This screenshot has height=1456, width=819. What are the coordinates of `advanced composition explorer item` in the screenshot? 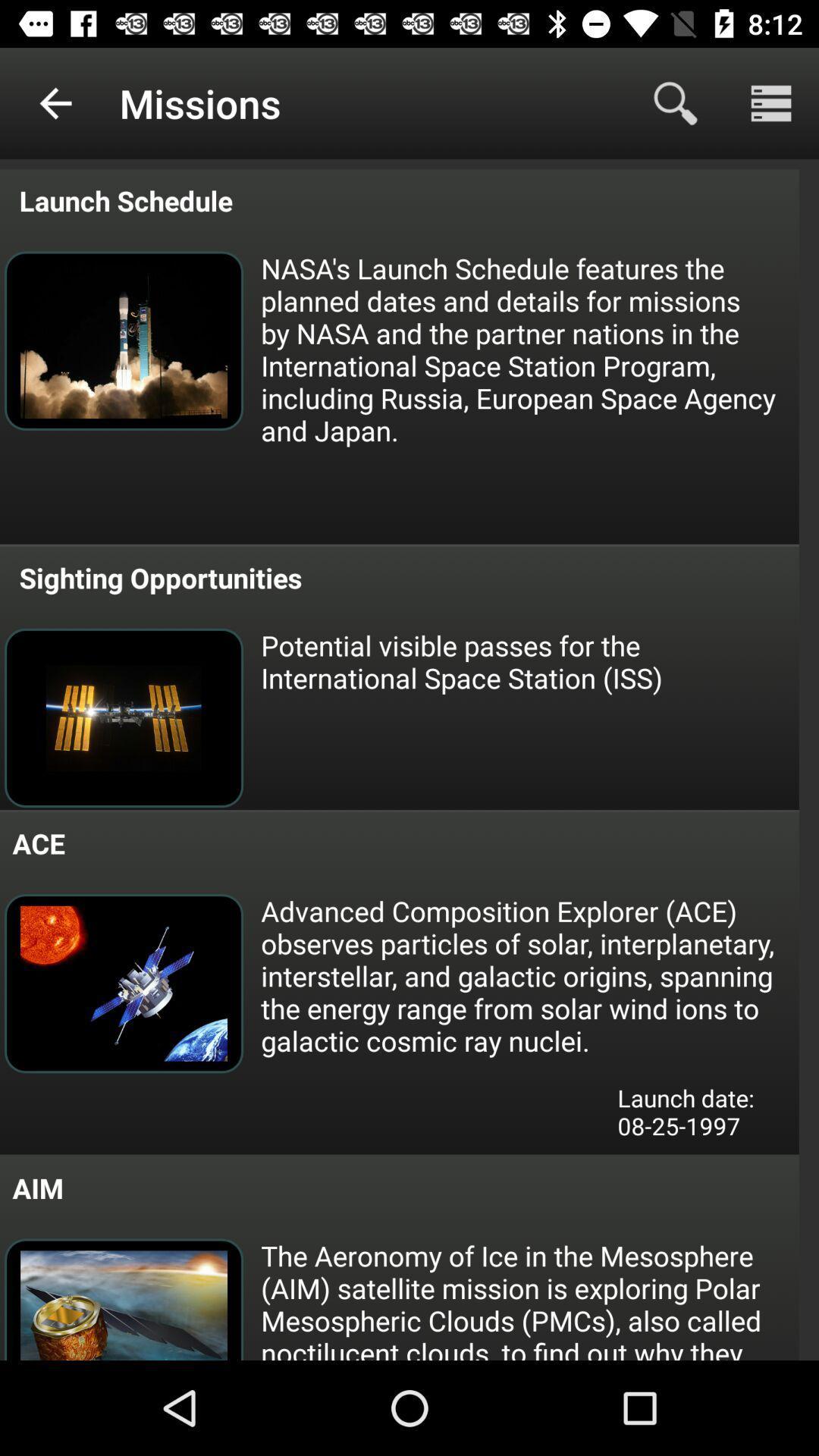 It's located at (528, 975).